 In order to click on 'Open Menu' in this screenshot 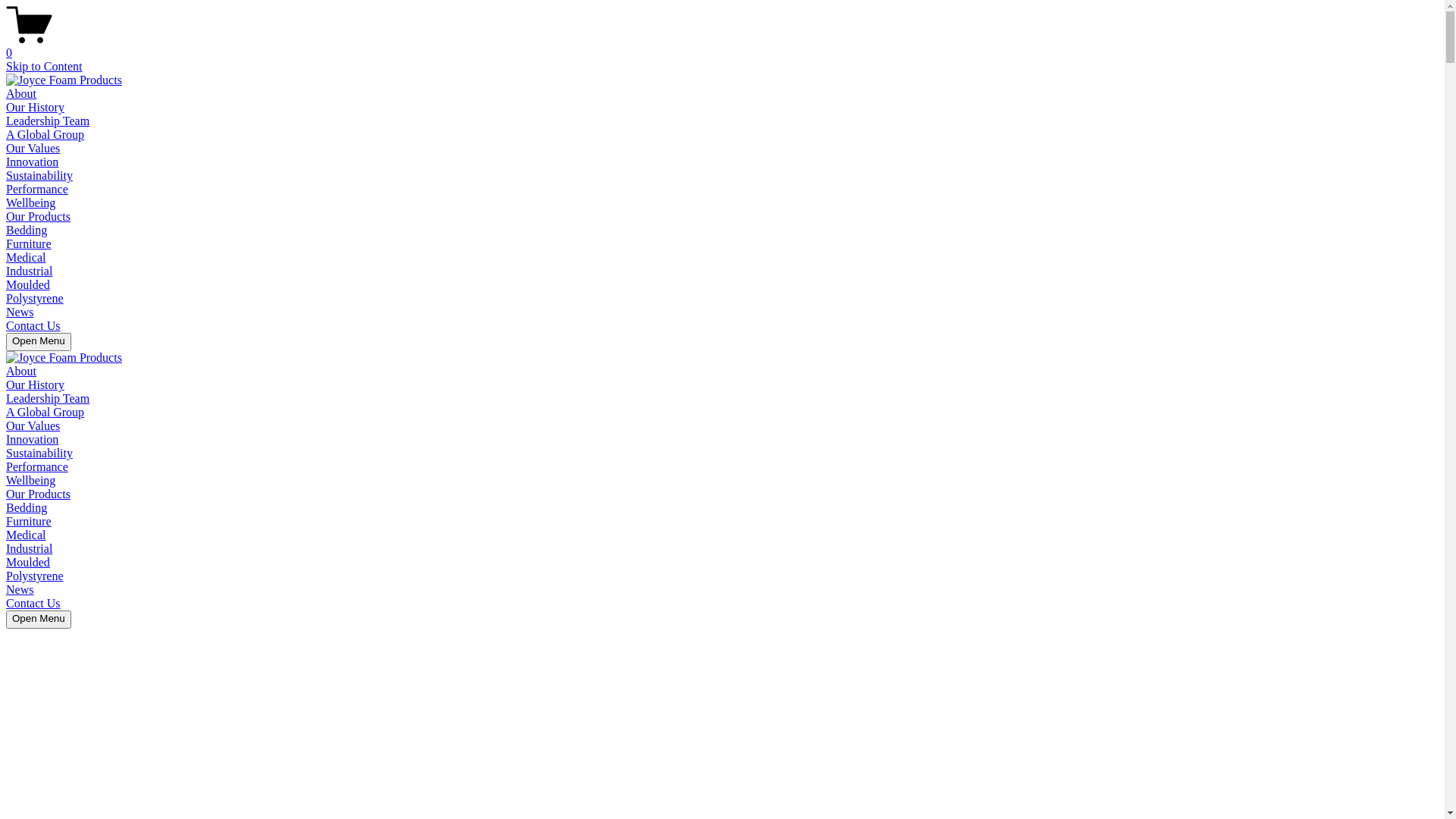, I will do `click(39, 620)`.